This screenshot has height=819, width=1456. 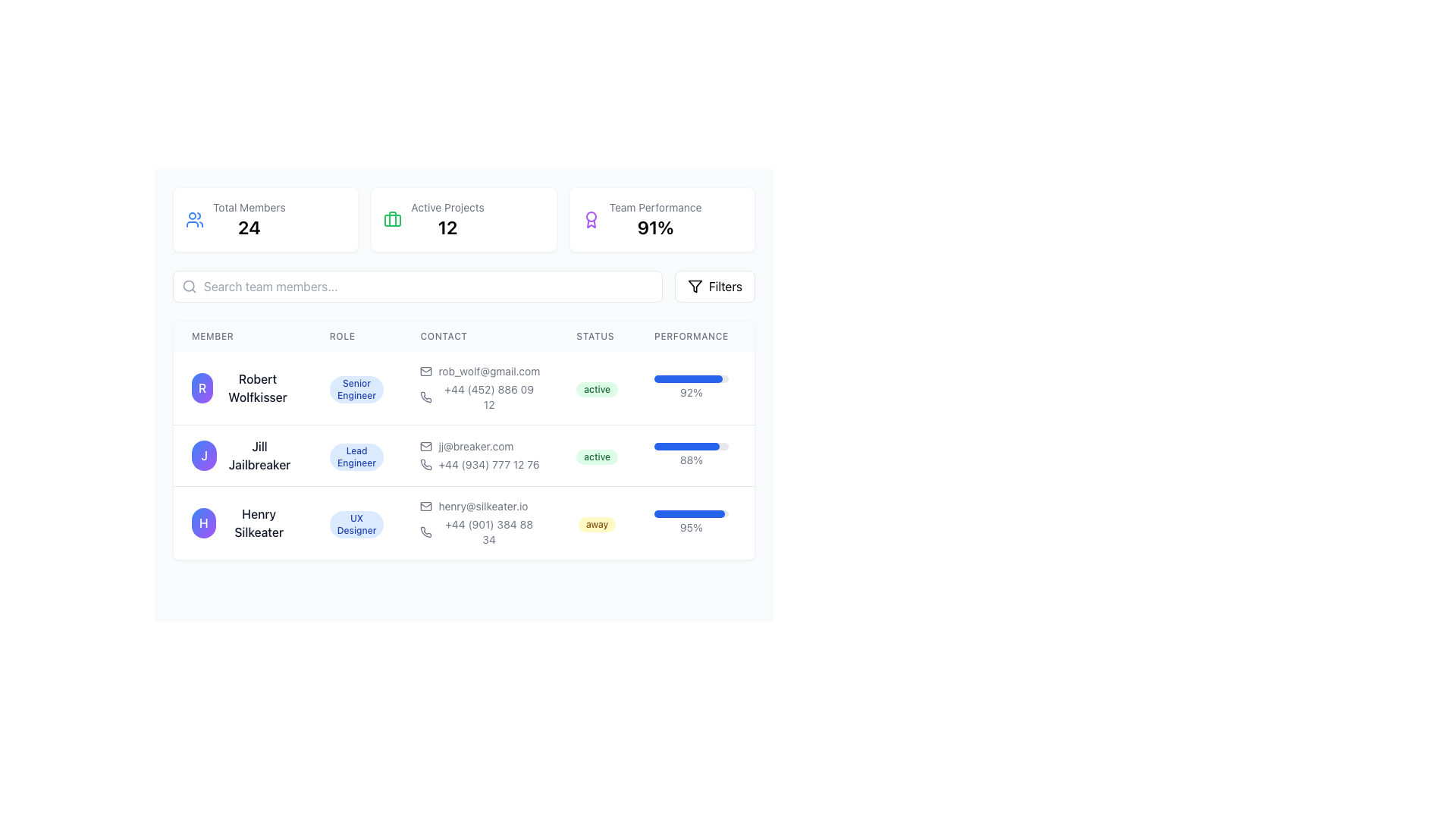 What do you see at coordinates (479, 371) in the screenshot?
I see `the email address element displaying the user's contact information, which is located to the right of the user's avatar and name` at bounding box center [479, 371].